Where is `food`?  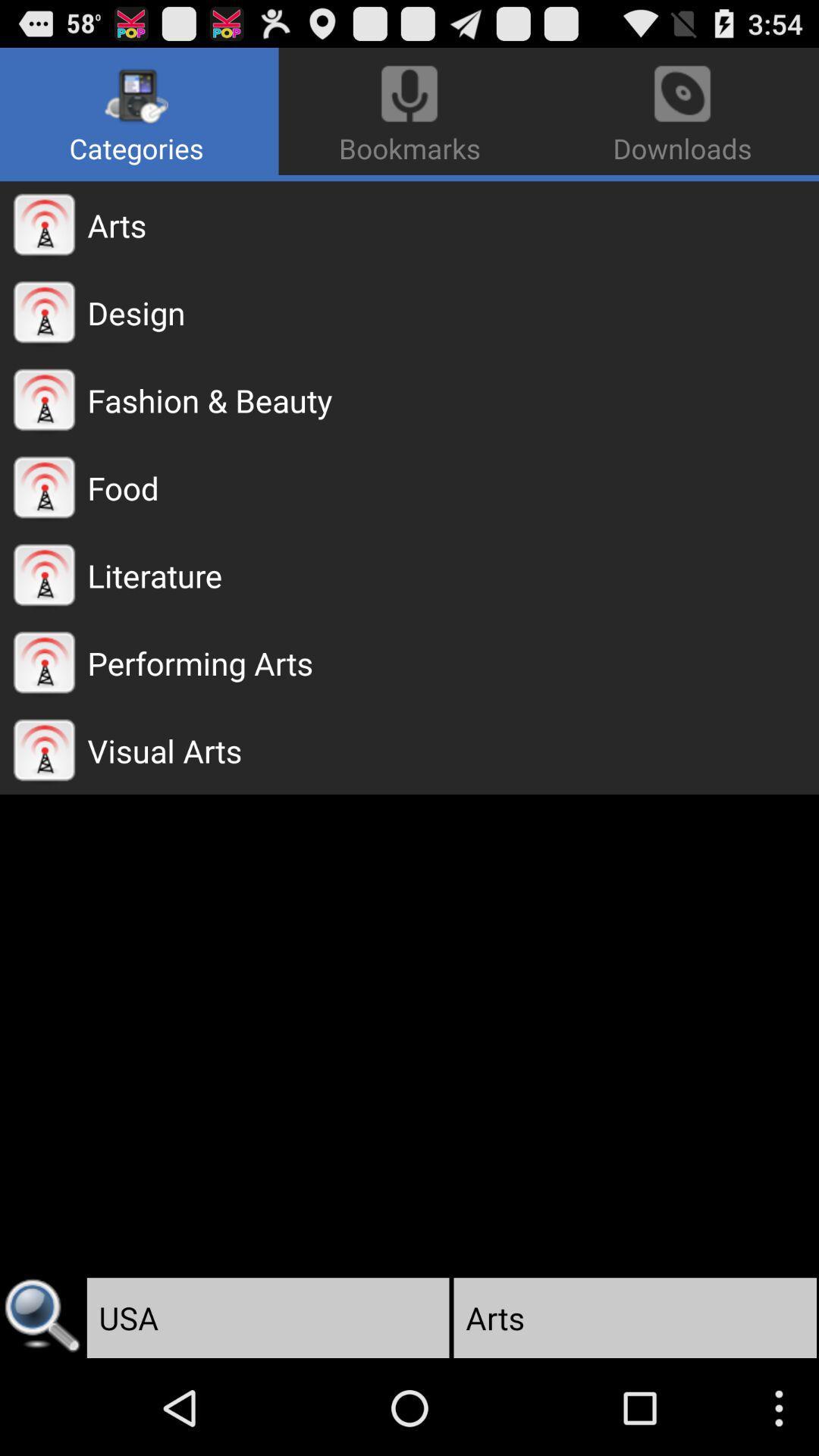
food is located at coordinates (452, 488).